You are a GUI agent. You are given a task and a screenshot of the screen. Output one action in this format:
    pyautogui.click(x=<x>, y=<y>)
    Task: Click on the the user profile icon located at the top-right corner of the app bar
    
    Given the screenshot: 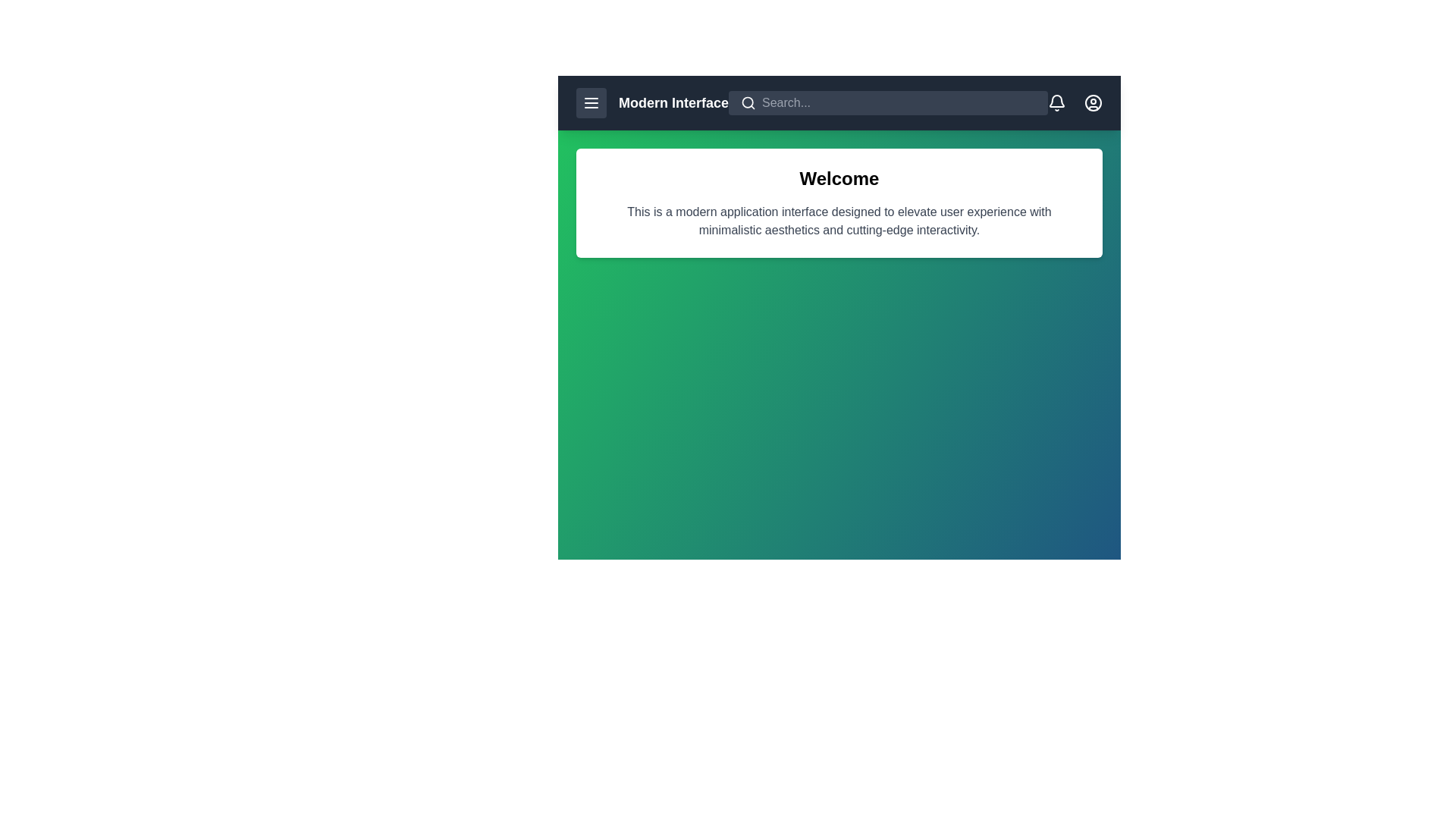 What is the action you would take?
    pyautogui.click(x=1093, y=102)
    